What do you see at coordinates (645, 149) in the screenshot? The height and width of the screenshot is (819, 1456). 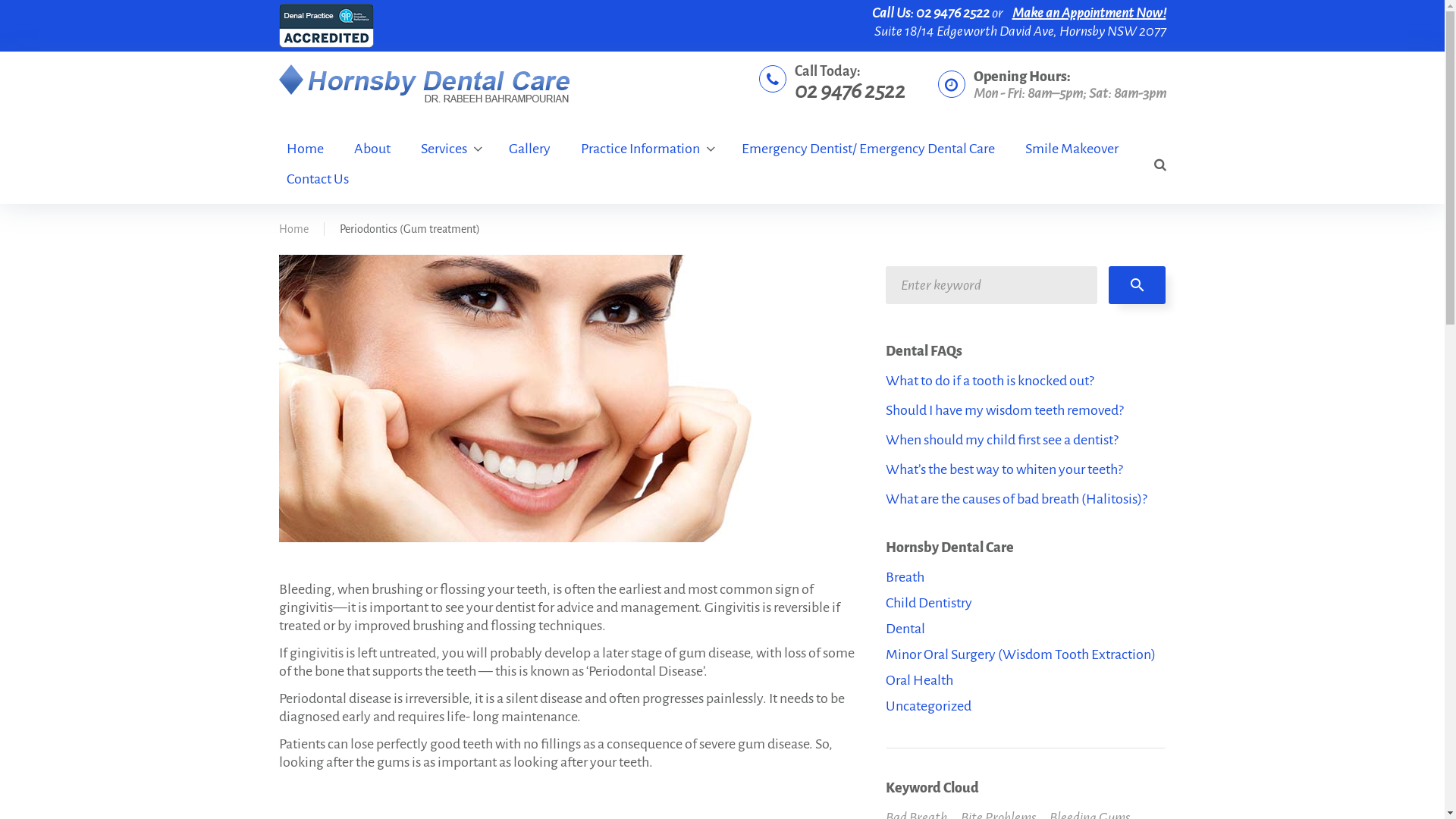 I see `'Practice Information'` at bounding box center [645, 149].